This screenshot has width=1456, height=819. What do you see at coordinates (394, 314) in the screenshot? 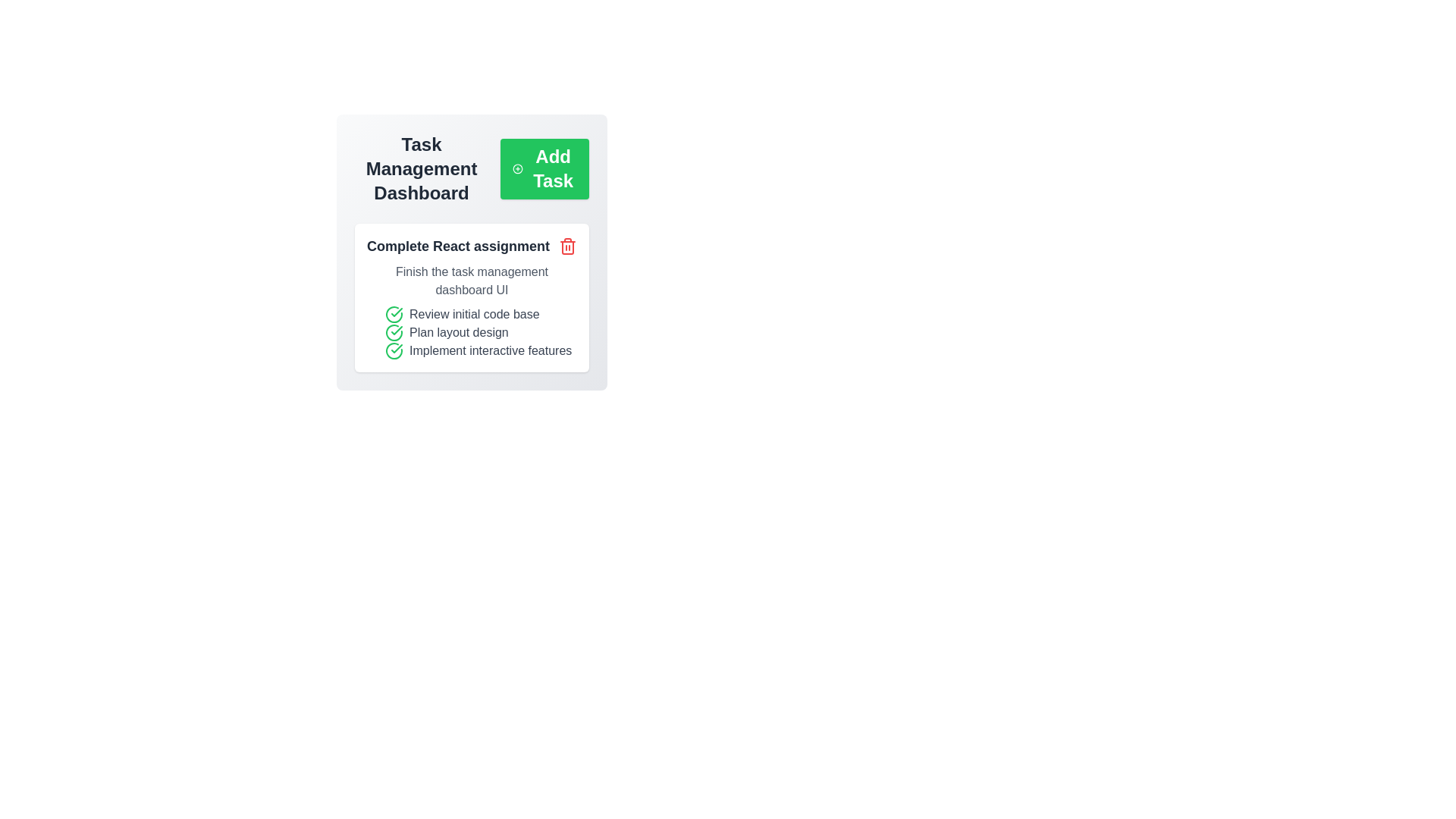
I see `the circular icon with a checkmark inside it, styled with a green outline, located to the left of the task labeled 'Review initial code base' under the heading 'Complete React assignment.'` at bounding box center [394, 314].